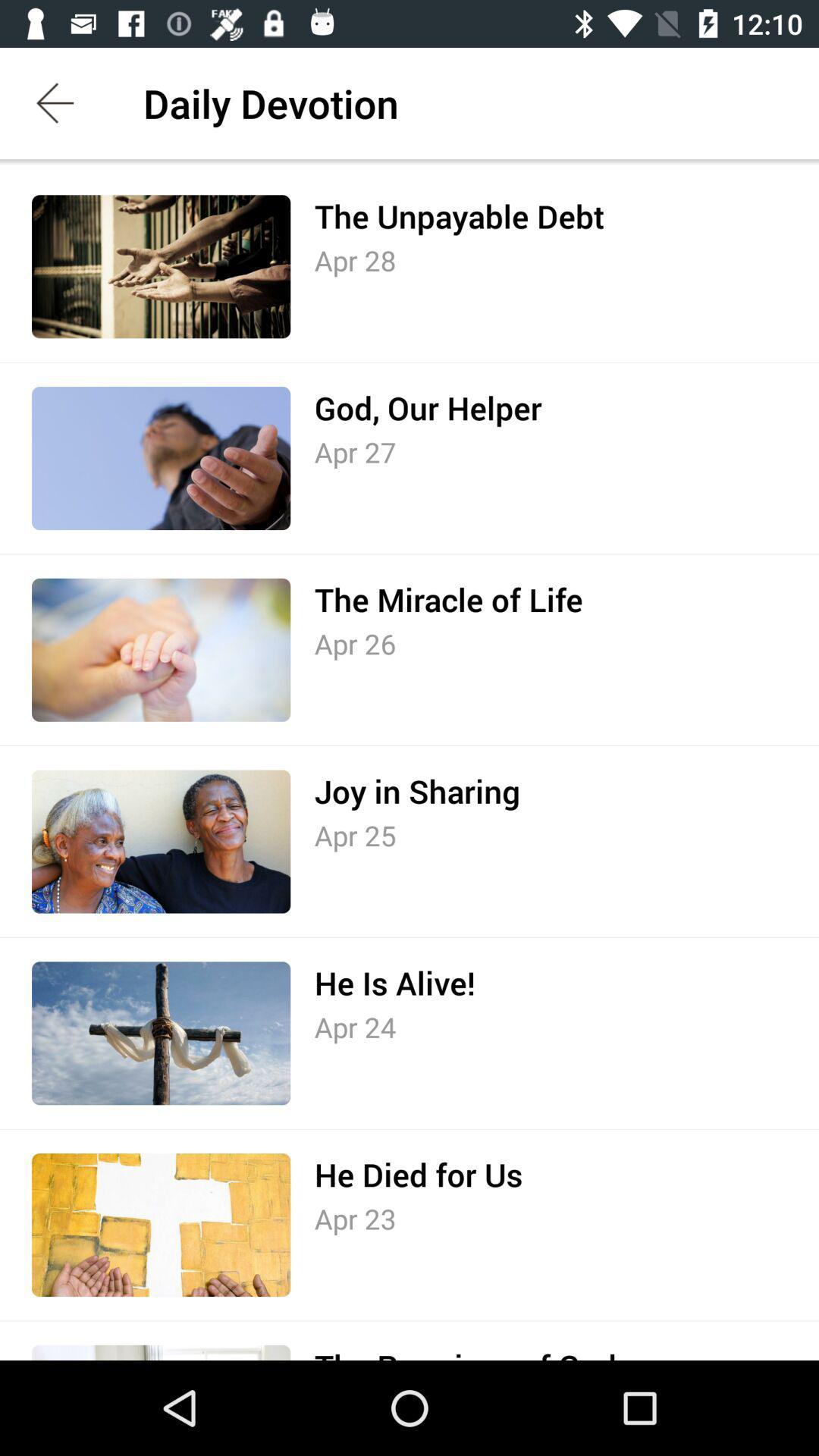  What do you see at coordinates (355, 644) in the screenshot?
I see `apr 26` at bounding box center [355, 644].